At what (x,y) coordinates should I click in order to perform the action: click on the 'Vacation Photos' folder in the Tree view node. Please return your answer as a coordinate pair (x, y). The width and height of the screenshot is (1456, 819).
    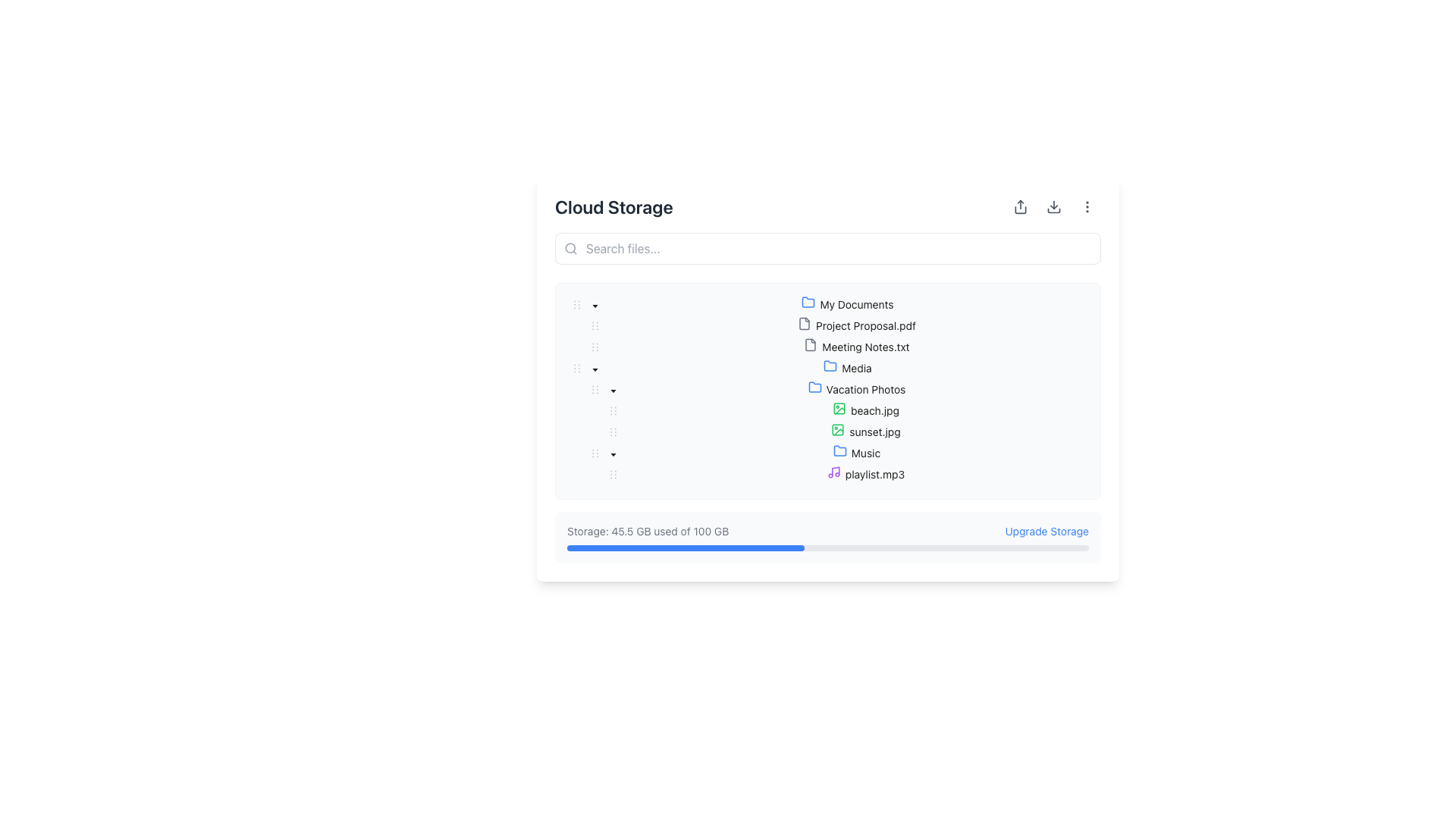
    Looking at the image, I should click on (856, 388).